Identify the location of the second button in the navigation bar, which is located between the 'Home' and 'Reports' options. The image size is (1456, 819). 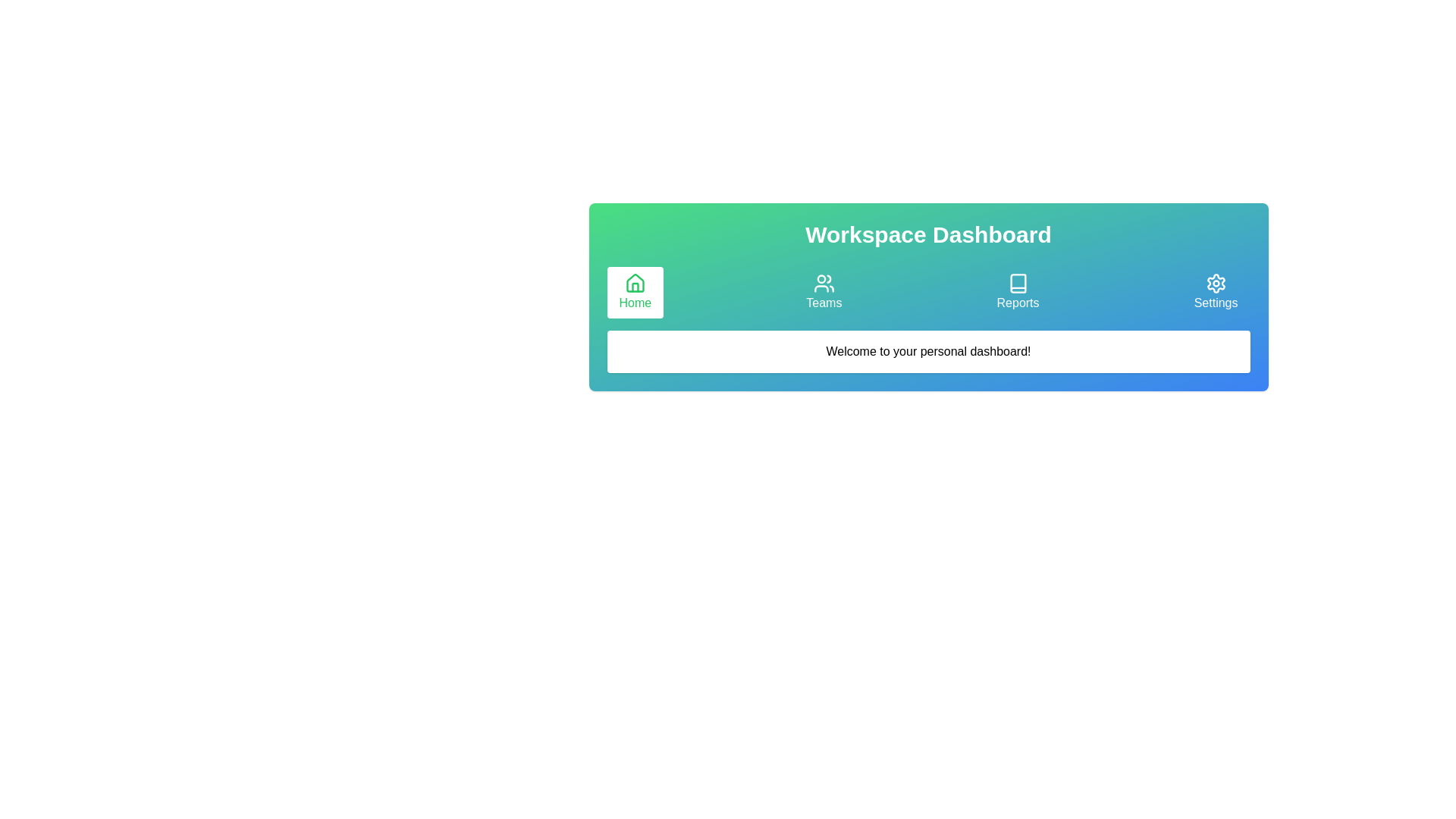
(823, 292).